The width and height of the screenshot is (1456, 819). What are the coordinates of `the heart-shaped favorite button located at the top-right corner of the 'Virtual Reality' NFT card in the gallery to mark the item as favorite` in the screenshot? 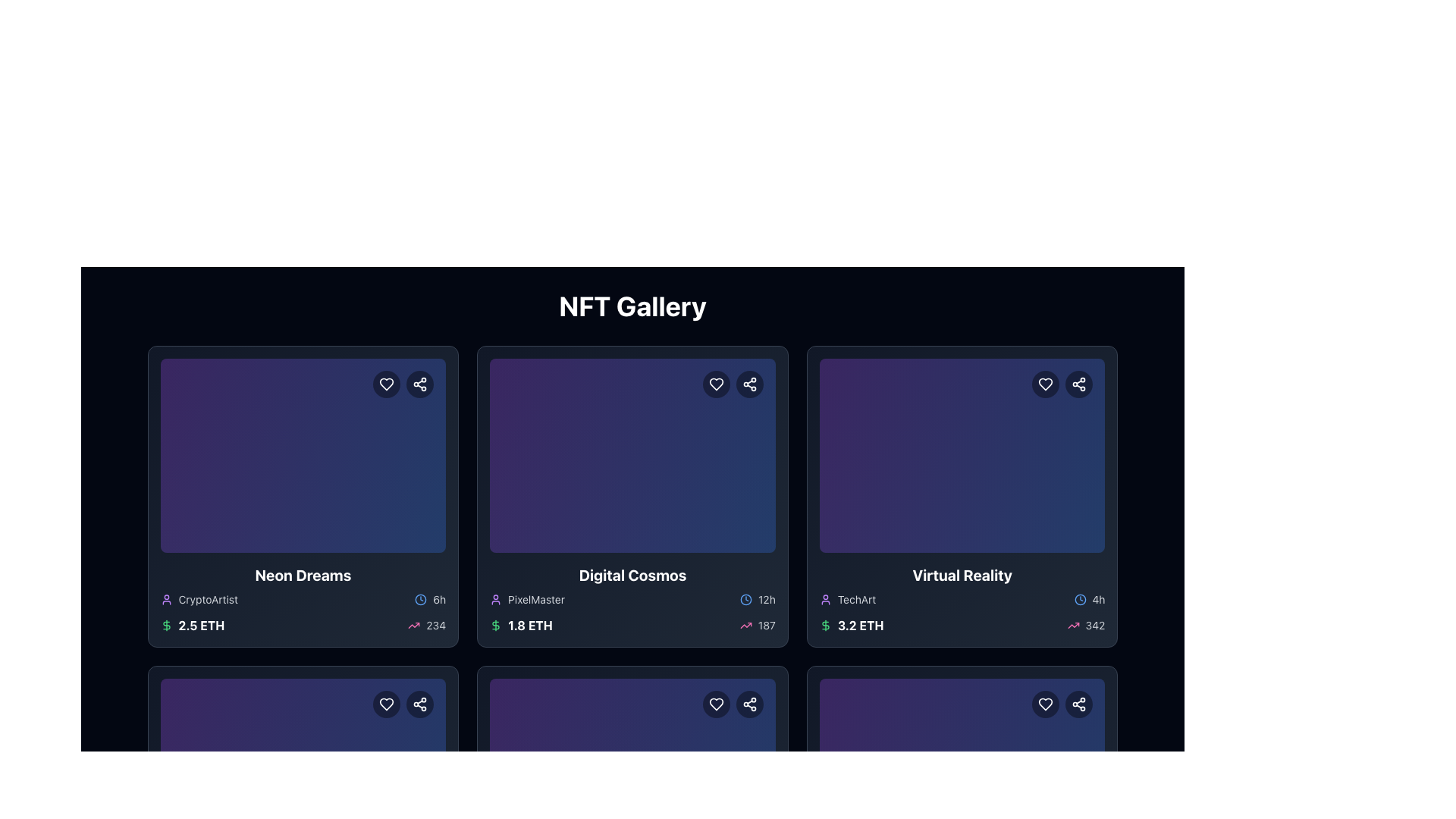 It's located at (1045, 704).